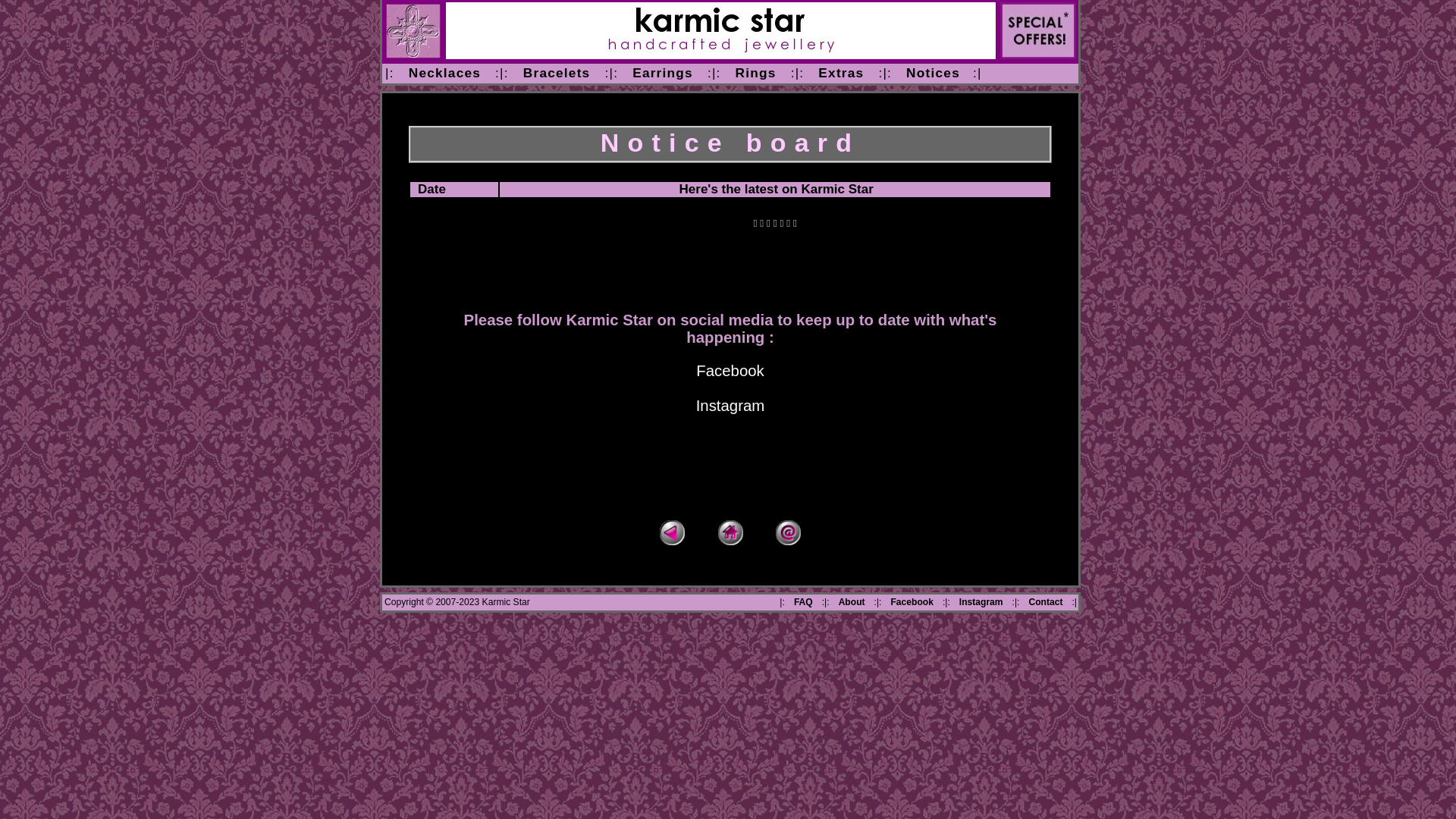 The image size is (1456, 819). What do you see at coordinates (910, 601) in the screenshot?
I see `'Facebook'` at bounding box center [910, 601].